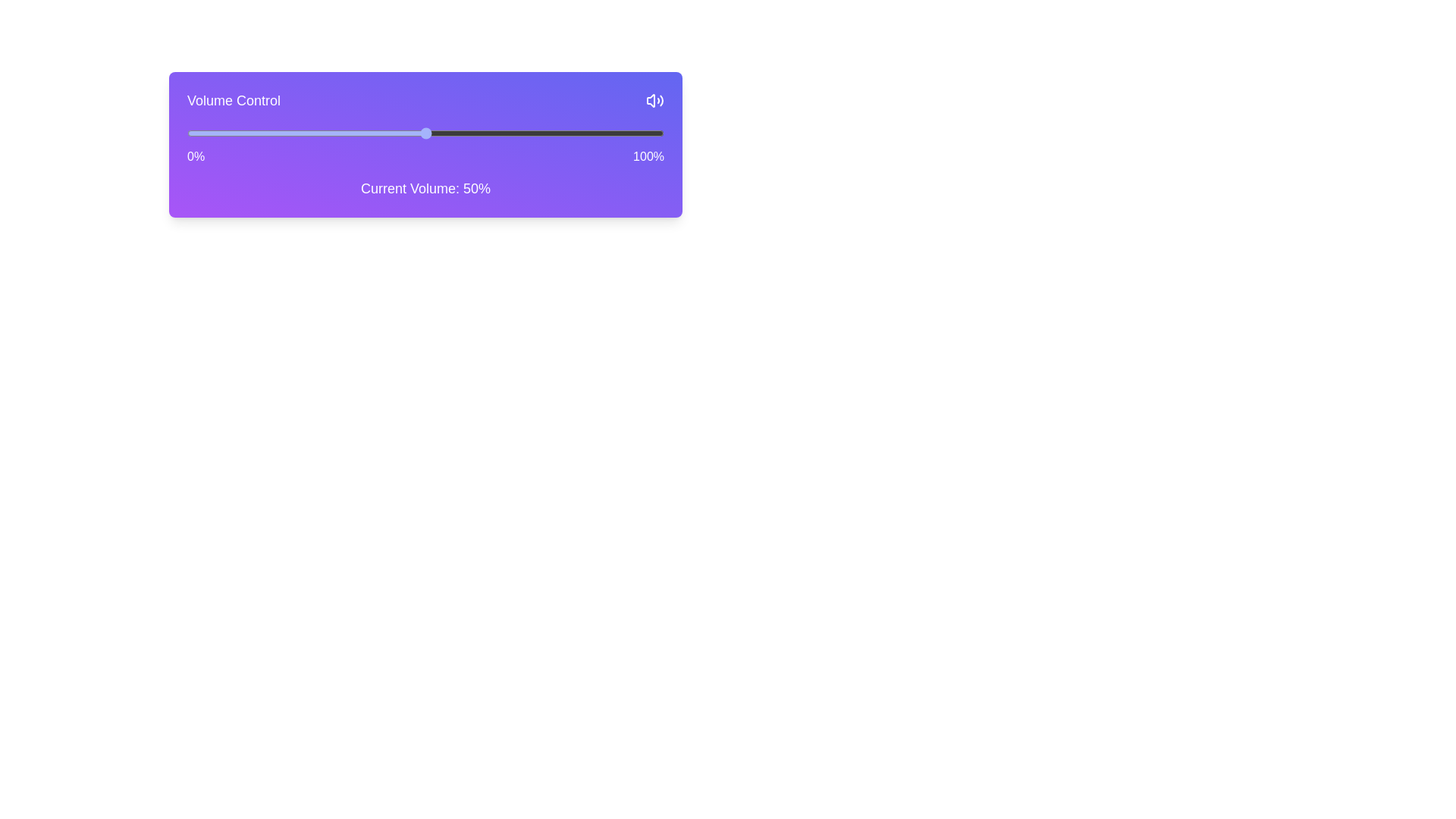 The height and width of the screenshot is (819, 1456). What do you see at coordinates (425, 157) in the screenshot?
I see `the text label displaying the minimum ('0%') and maximum ('100%') values of the slider, which is positioned below the slider component` at bounding box center [425, 157].